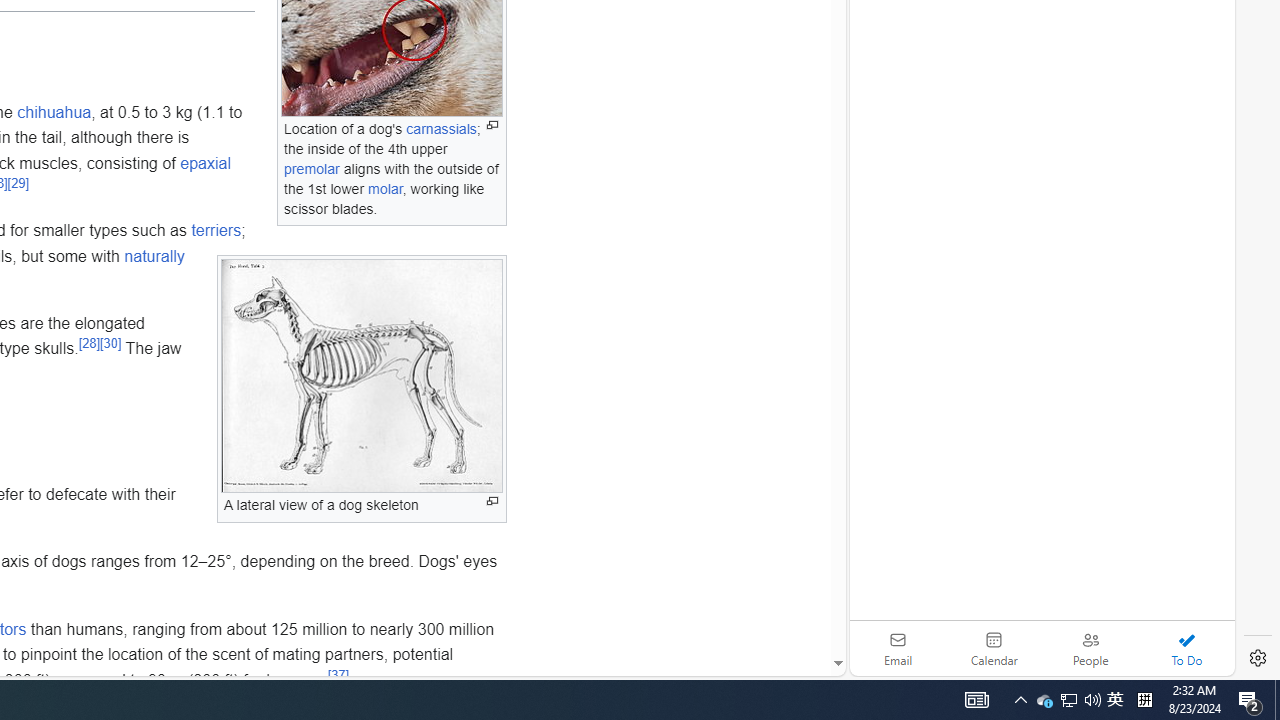  What do you see at coordinates (88, 342) in the screenshot?
I see `'[28]'` at bounding box center [88, 342].